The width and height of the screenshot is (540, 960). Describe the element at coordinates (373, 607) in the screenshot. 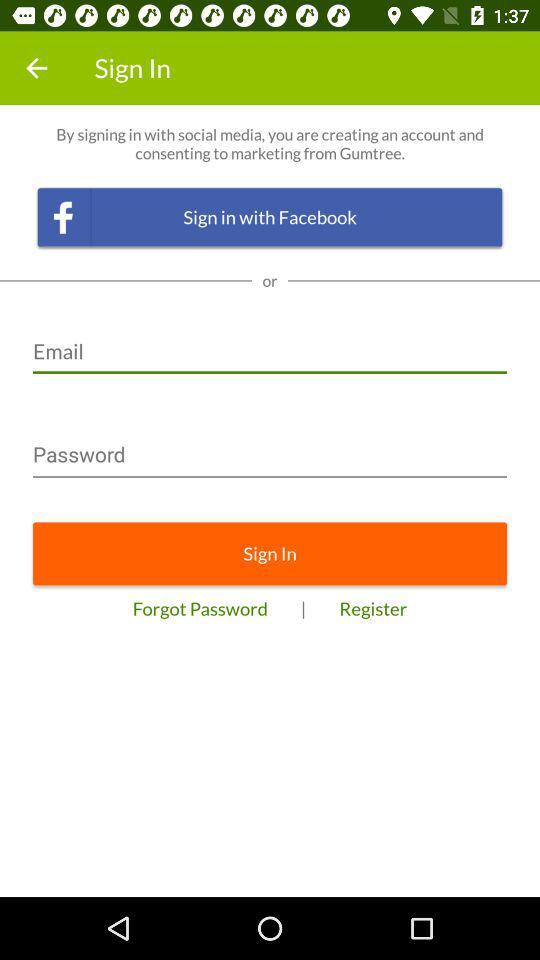

I see `item to the right of the |` at that location.